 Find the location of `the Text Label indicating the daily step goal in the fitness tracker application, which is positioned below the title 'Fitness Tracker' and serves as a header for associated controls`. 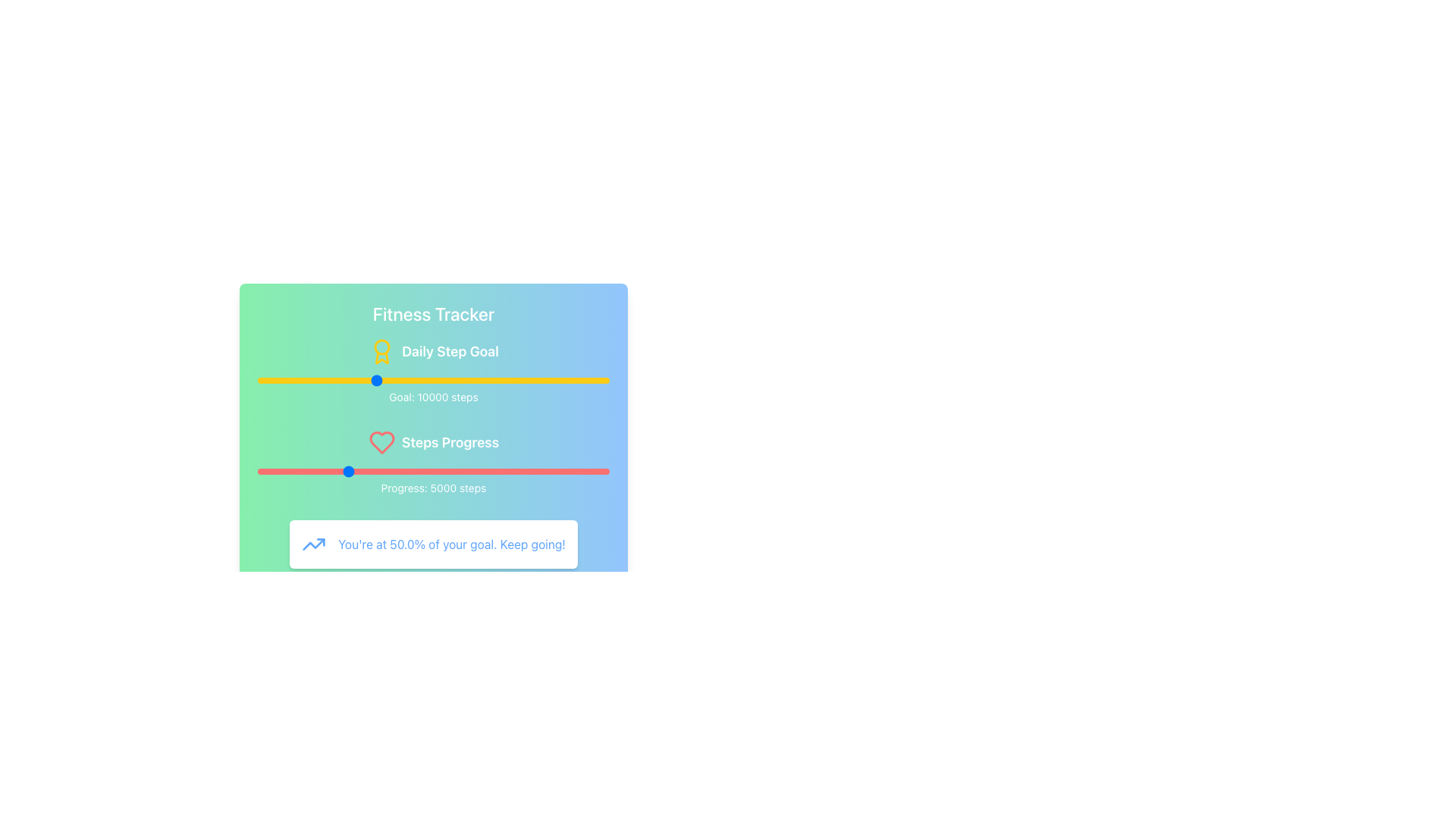

the Text Label indicating the daily step goal in the fitness tracker application, which is positioned below the title 'Fitness Tracker' and serves as a header for associated controls is located at coordinates (432, 351).